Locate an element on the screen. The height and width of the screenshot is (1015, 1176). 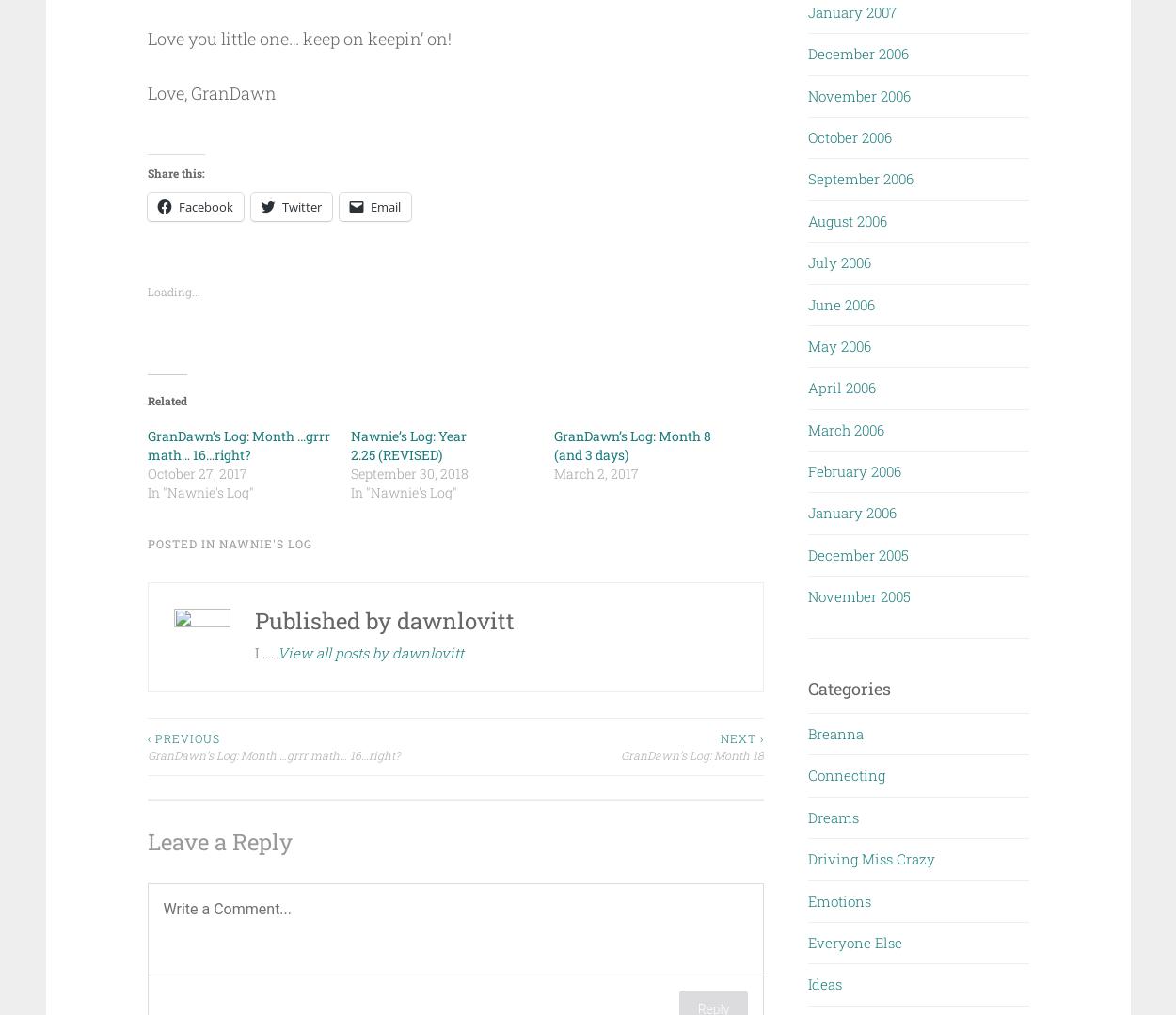
'February 2006' is located at coordinates (854, 470).